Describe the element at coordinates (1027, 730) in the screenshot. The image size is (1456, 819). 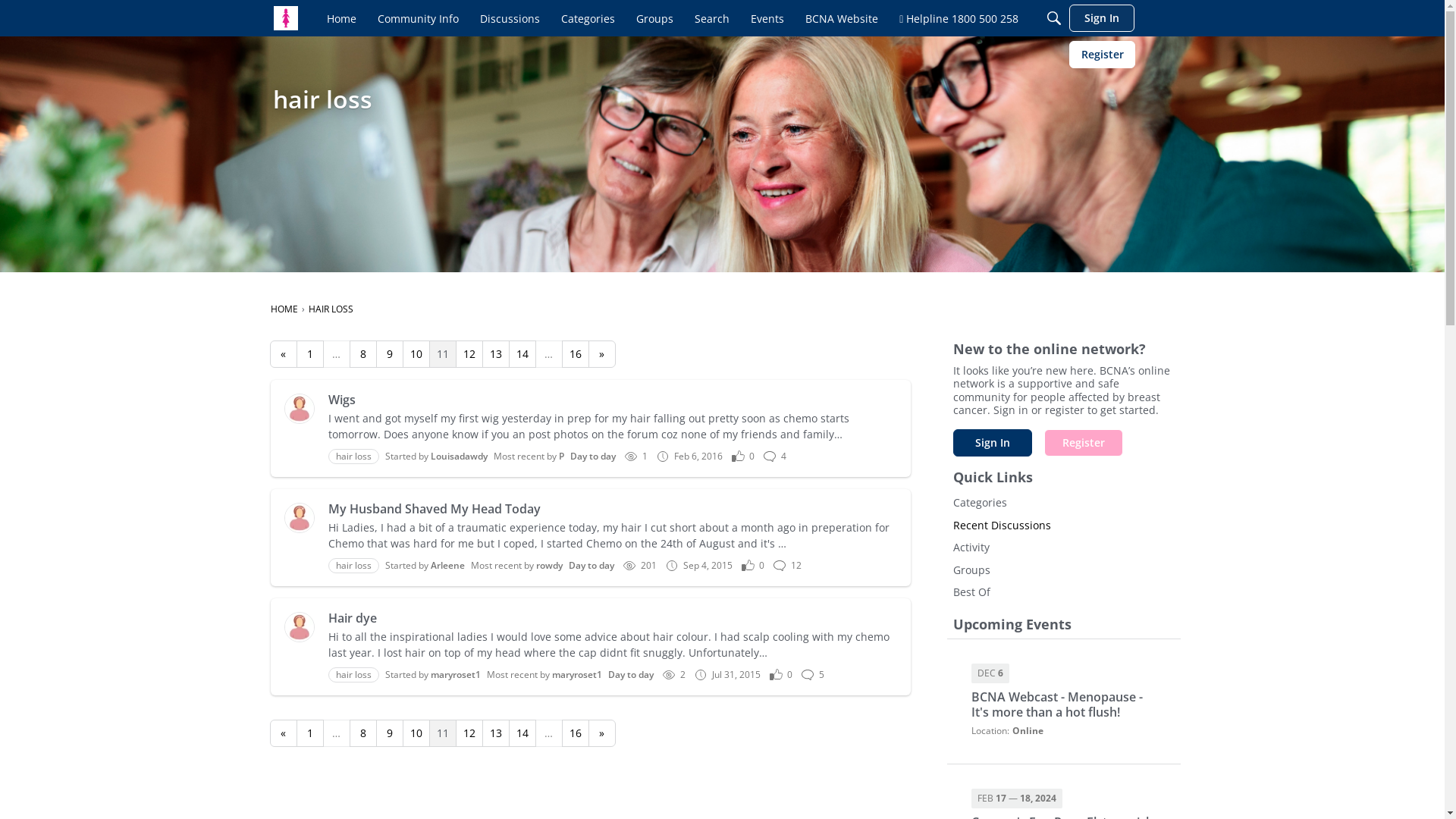
I see `'Online'` at that location.